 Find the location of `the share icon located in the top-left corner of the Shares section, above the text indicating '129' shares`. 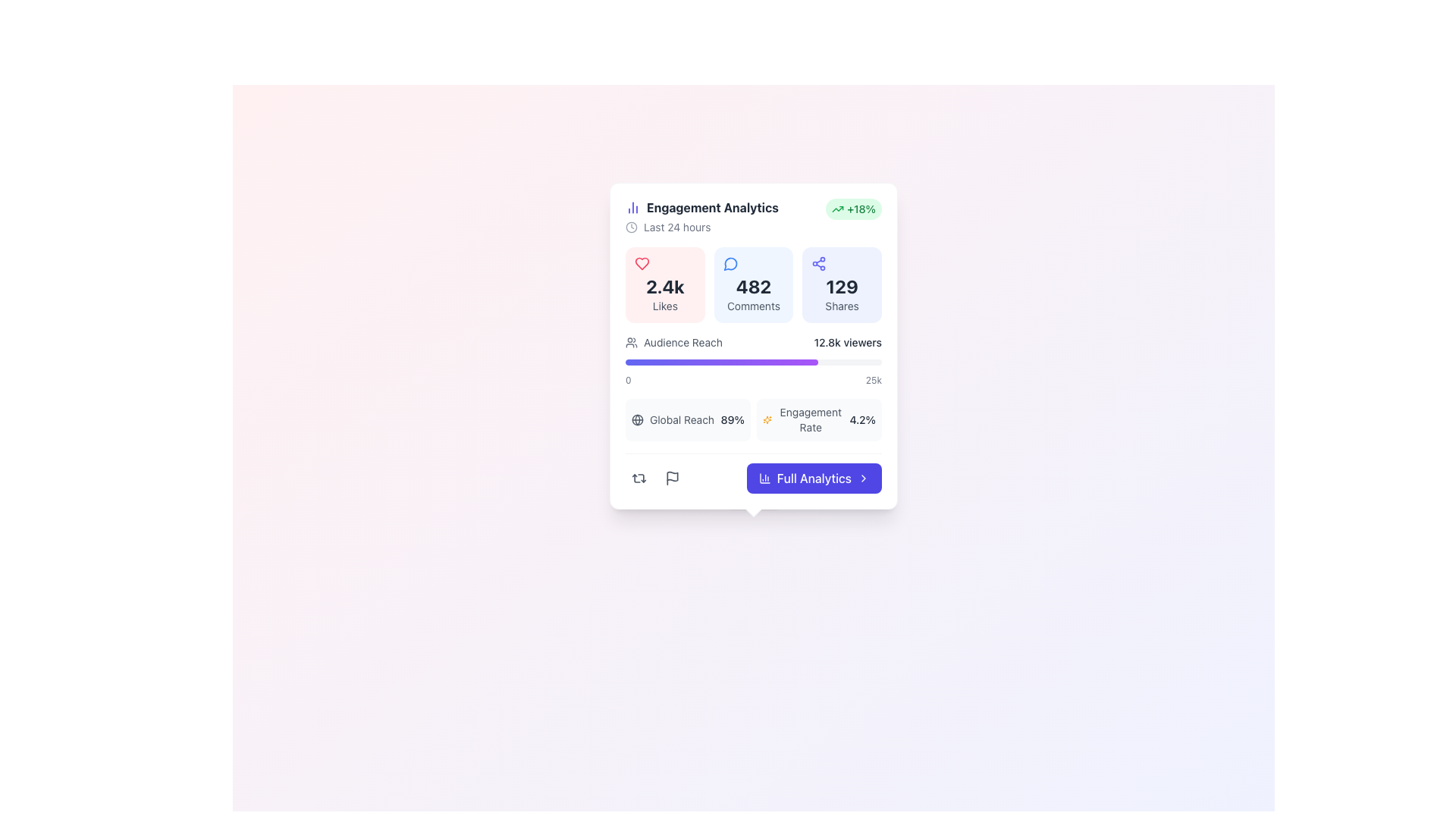

the share icon located in the top-left corner of the Shares section, above the text indicating '129' shares is located at coordinates (818, 262).